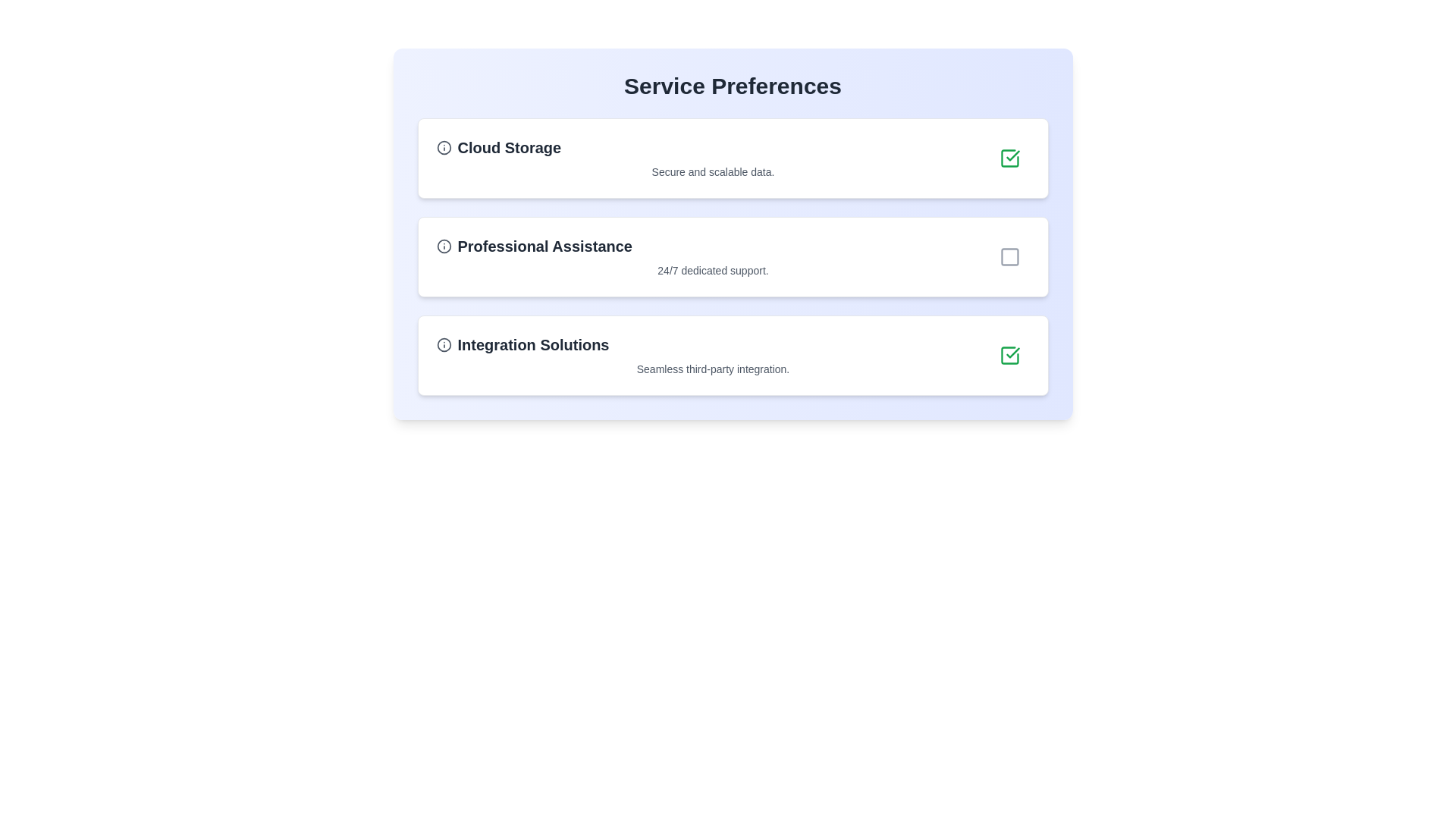 Image resolution: width=1456 pixels, height=819 pixels. What do you see at coordinates (712, 270) in the screenshot?
I see `the text label reading '24/7 dedicated support.' which is styled in a smaller gray font and is located below the heading 'Professional Assistance' in the 'Service Preferences' section` at bounding box center [712, 270].